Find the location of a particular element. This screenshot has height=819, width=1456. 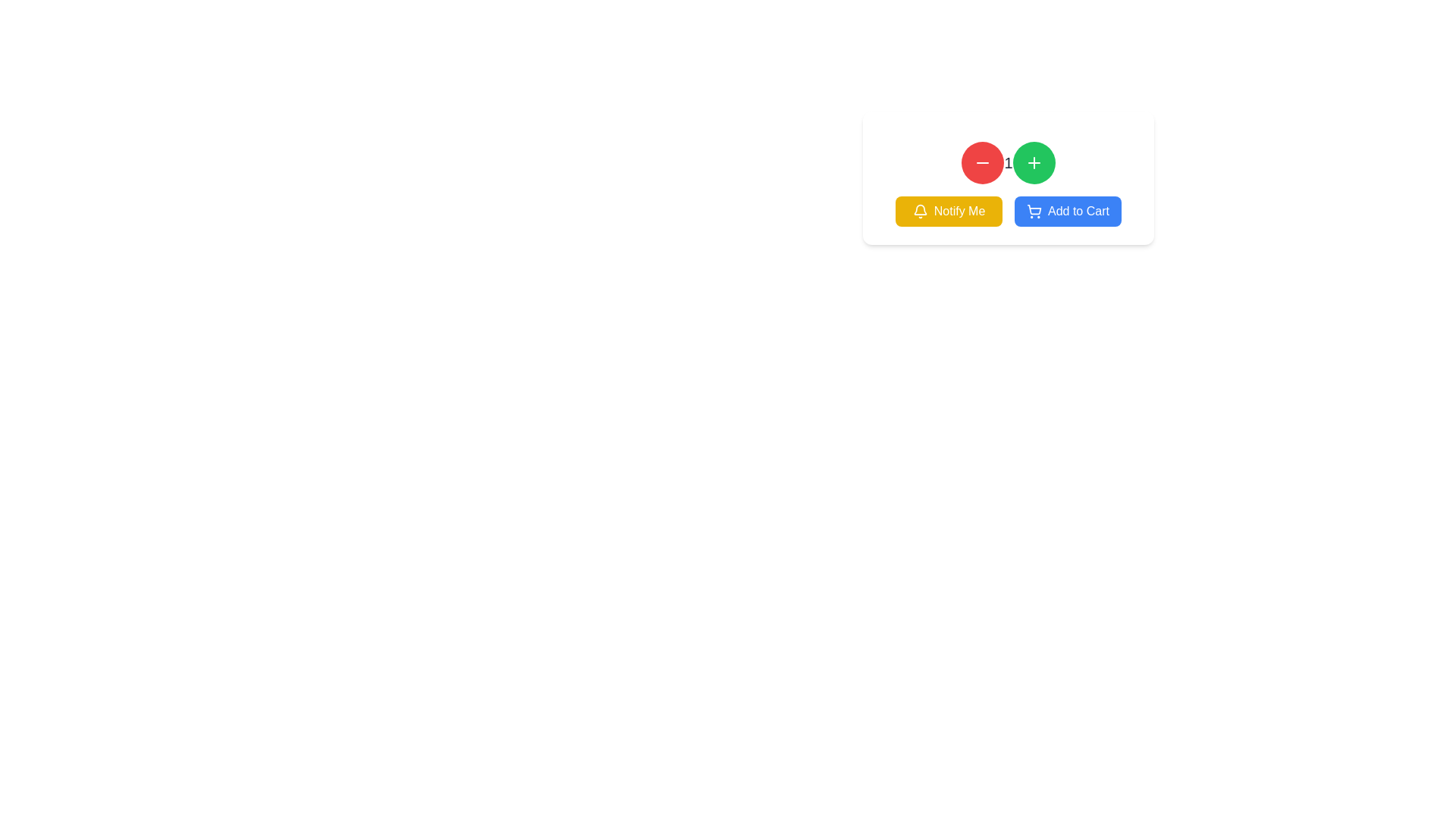

the shopping cart icon located to the left of the 'Add to Cart' text within the rightmost button at the bottom right of the interface is located at coordinates (1033, 211).